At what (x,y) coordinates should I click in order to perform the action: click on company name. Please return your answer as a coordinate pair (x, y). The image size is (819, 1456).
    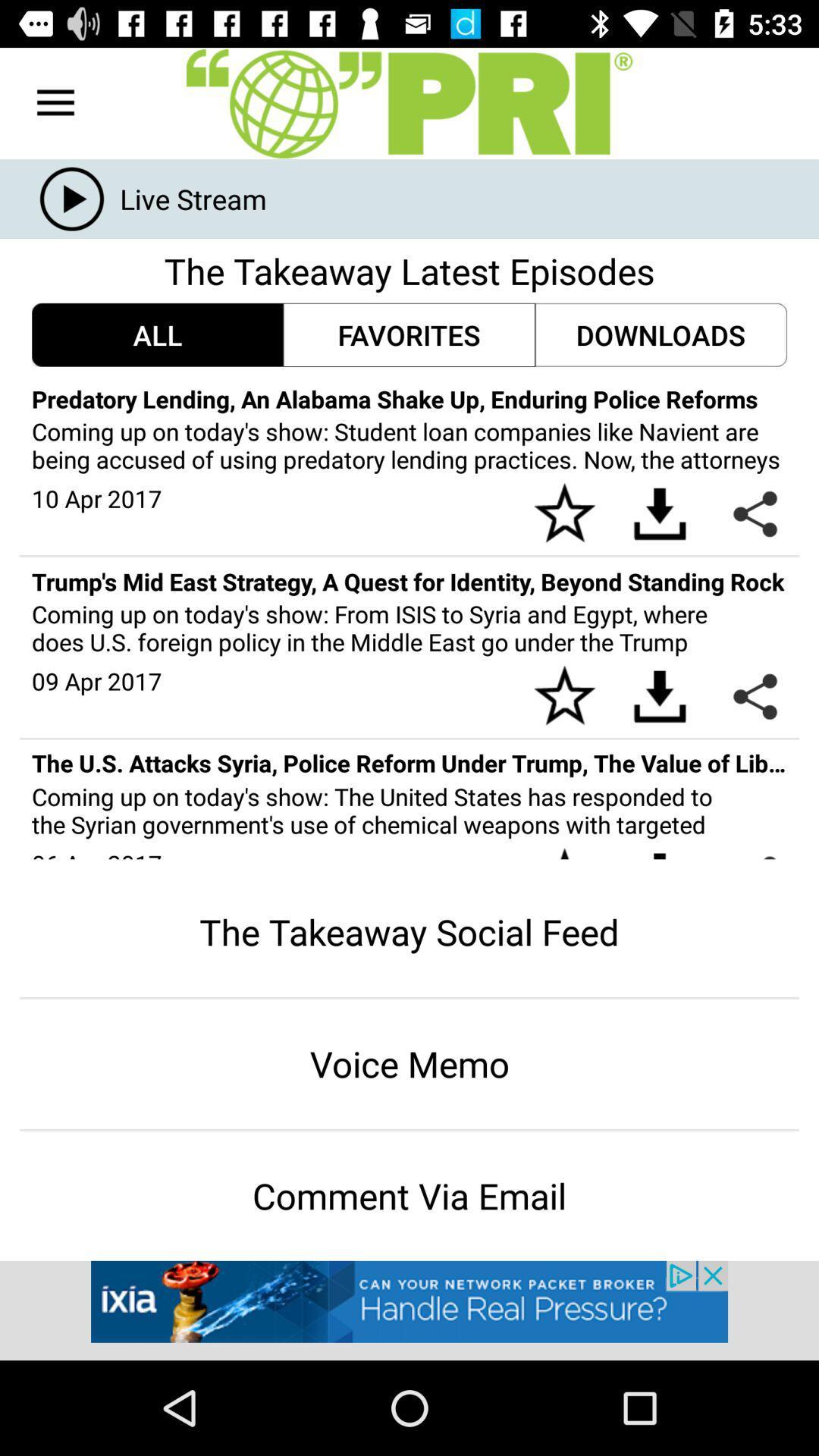
    Looking at the image, I should click on (409, 102).